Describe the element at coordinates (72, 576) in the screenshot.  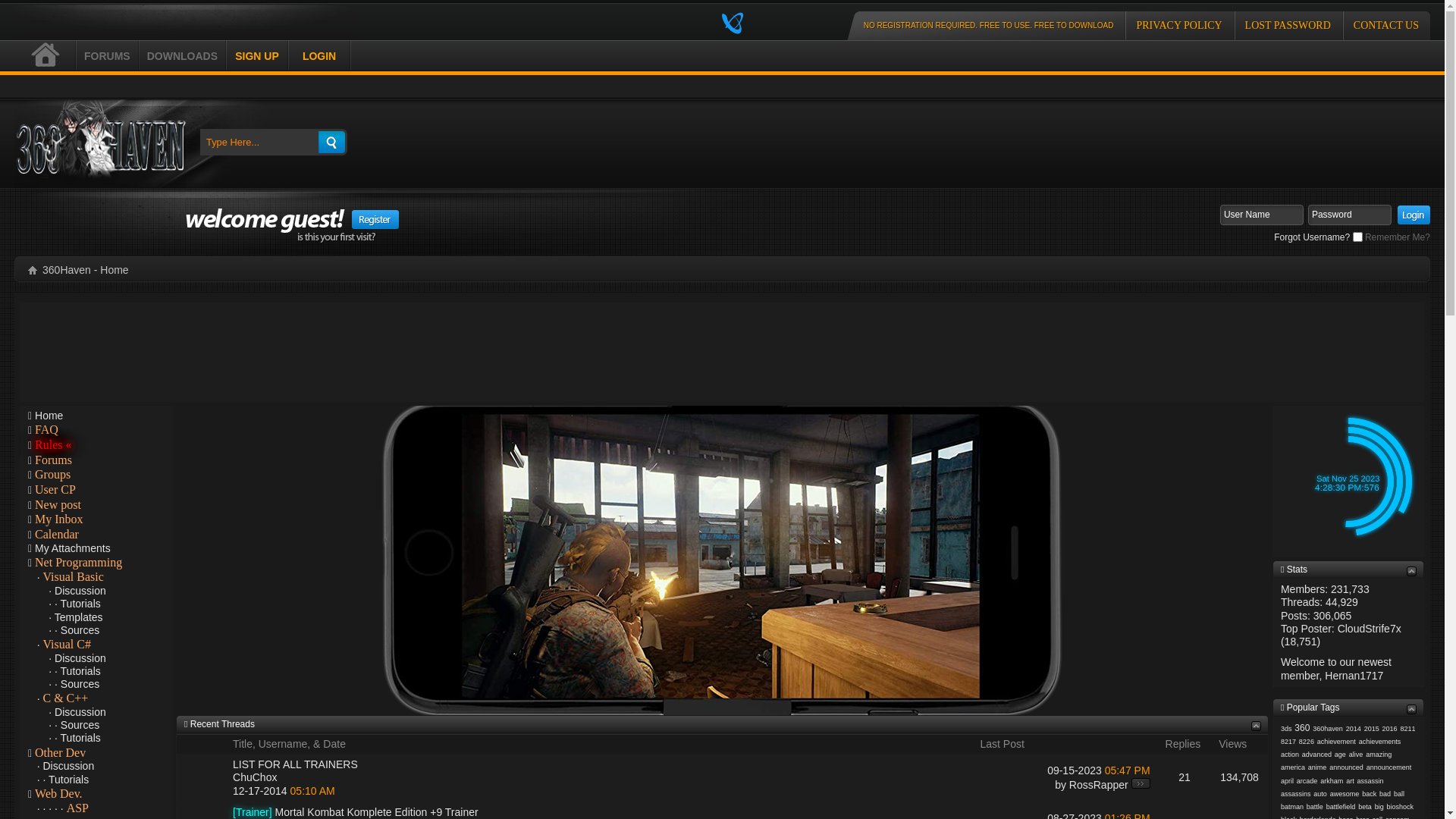
I see `'Visual Basic'` at that location.